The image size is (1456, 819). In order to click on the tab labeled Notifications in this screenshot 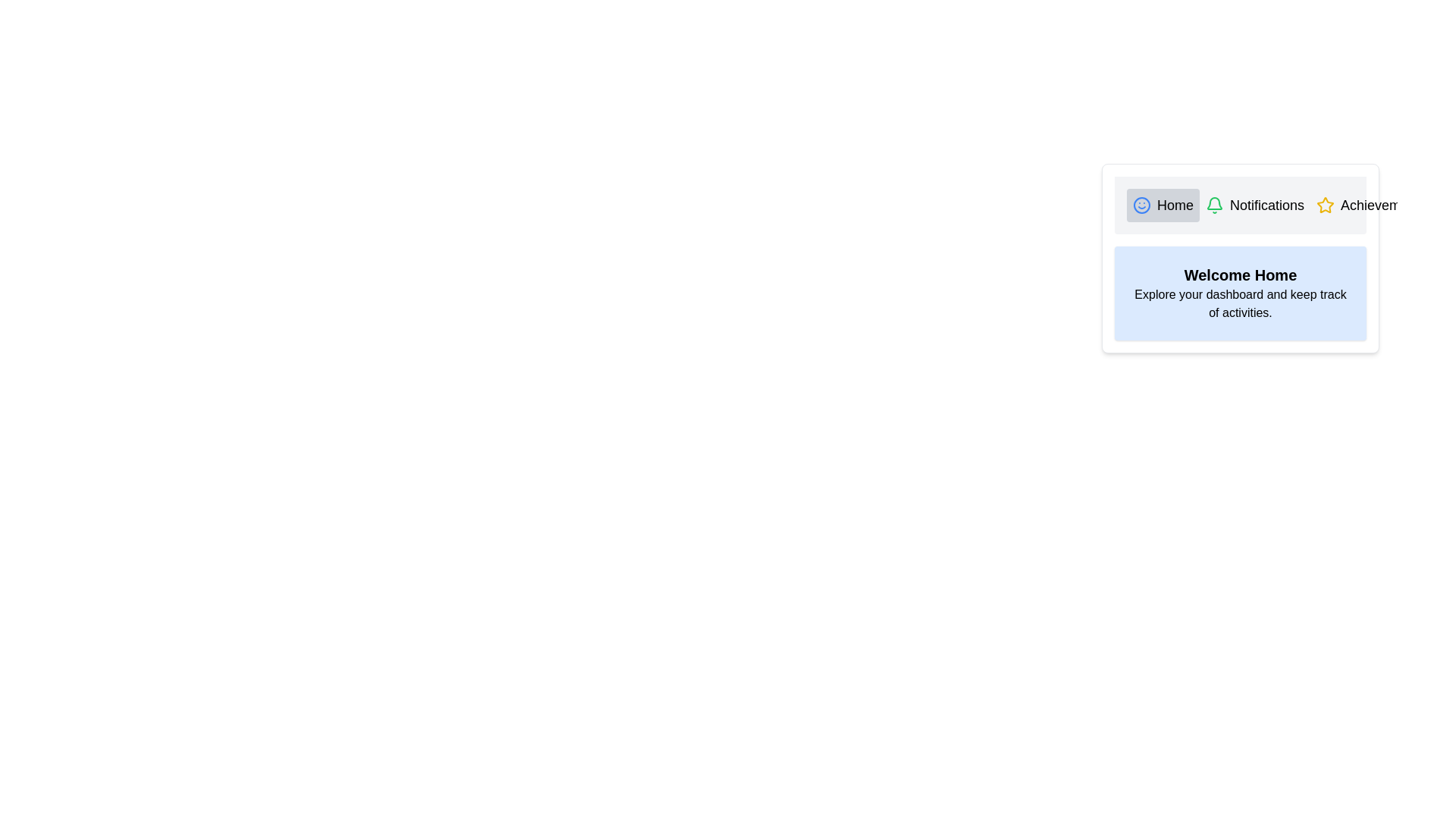, I will do `click(1255, 205)`.